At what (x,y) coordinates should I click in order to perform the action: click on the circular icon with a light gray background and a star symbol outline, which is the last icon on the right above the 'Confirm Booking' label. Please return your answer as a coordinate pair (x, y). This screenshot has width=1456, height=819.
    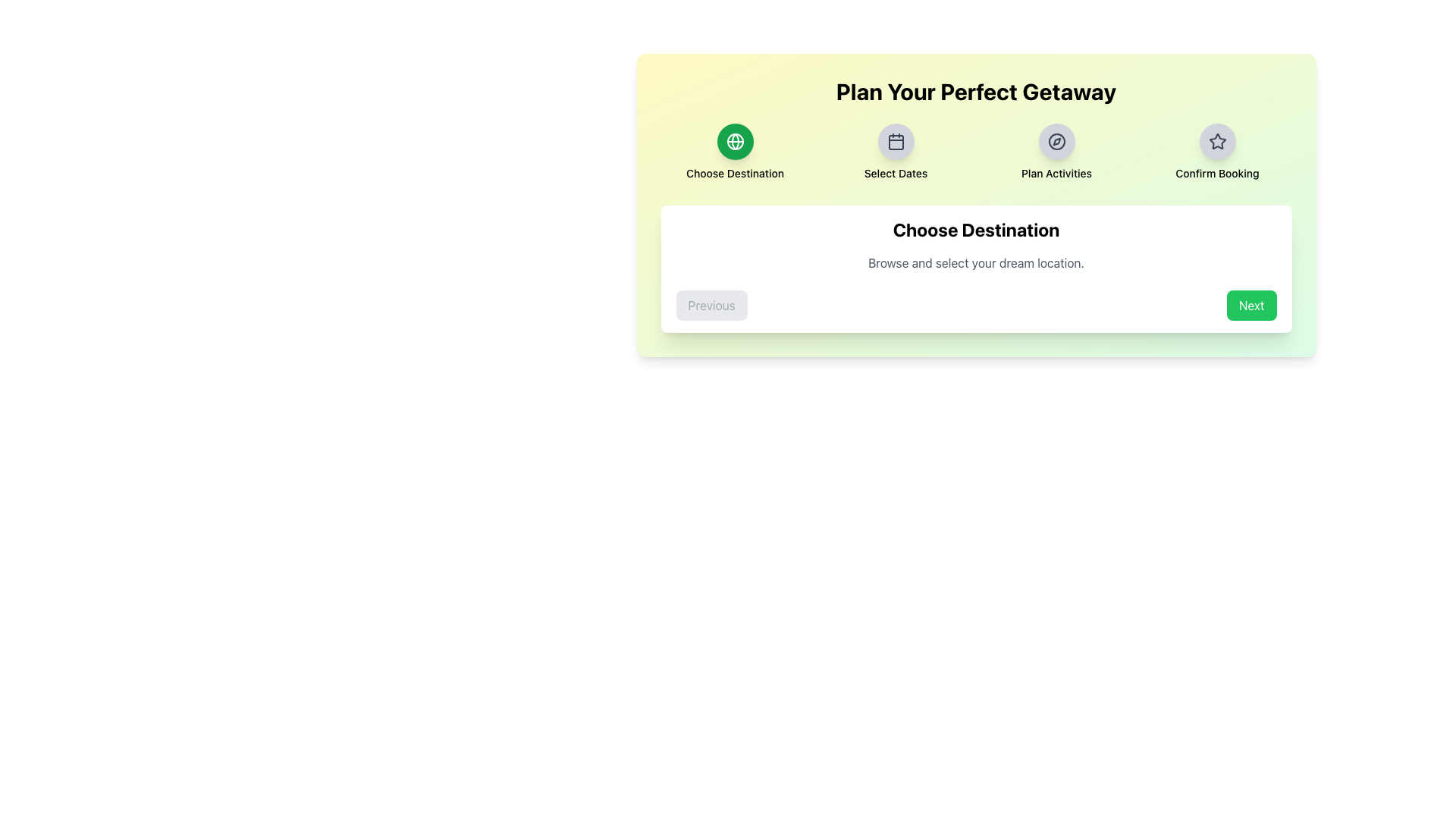
    Looking at the image, I should click on (1217, 141).